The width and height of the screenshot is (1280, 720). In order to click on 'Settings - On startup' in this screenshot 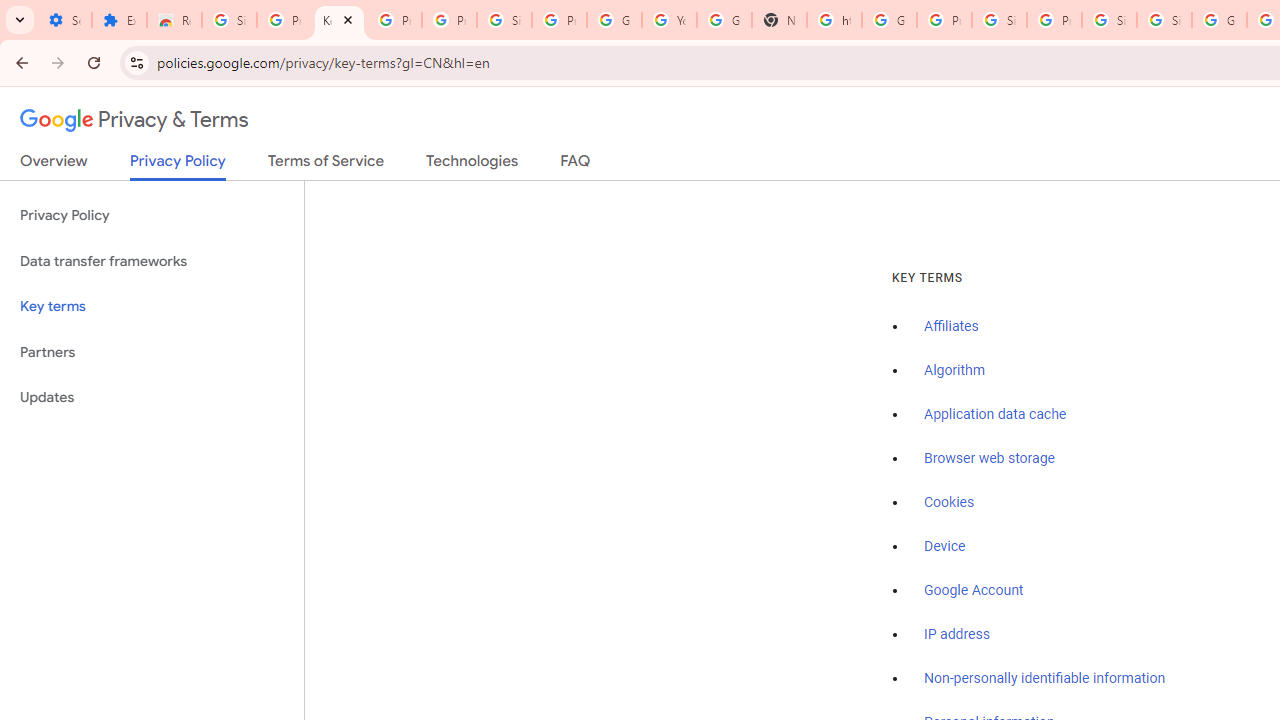, I will do `click(64, 20)`.